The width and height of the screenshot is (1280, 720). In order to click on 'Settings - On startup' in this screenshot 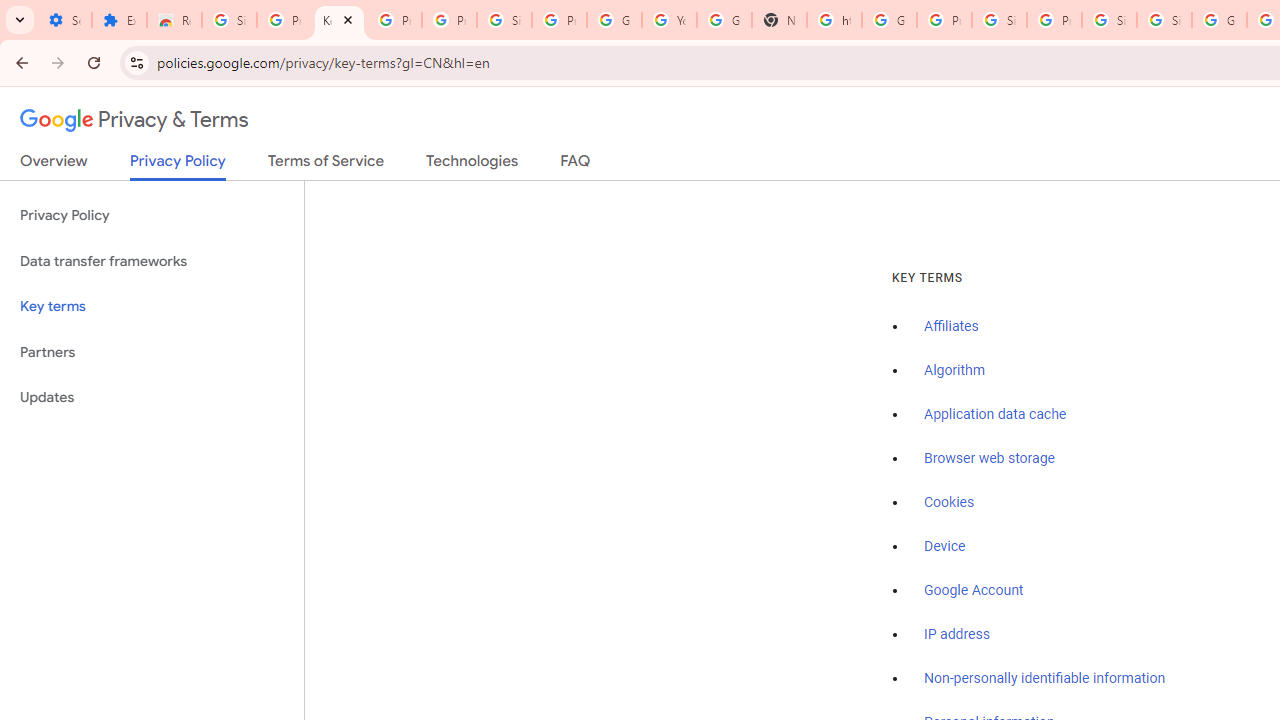, I will do `click(64, 20)`.